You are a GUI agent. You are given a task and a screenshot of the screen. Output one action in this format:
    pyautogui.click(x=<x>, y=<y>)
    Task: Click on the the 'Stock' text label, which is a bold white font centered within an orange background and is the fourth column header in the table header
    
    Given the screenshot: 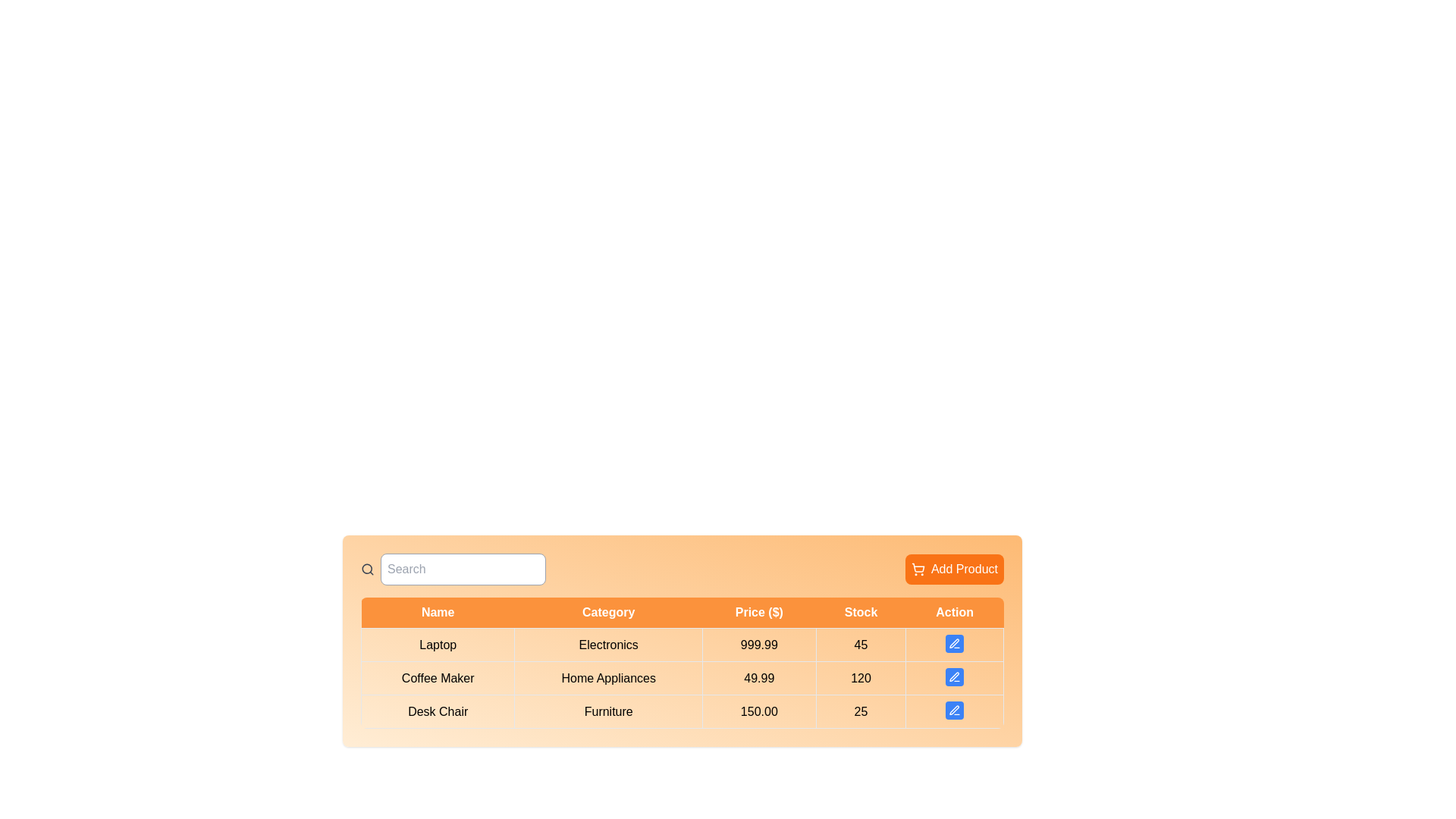 What is the action you would take?
    pyautogui.click(x=861, y=612)
    